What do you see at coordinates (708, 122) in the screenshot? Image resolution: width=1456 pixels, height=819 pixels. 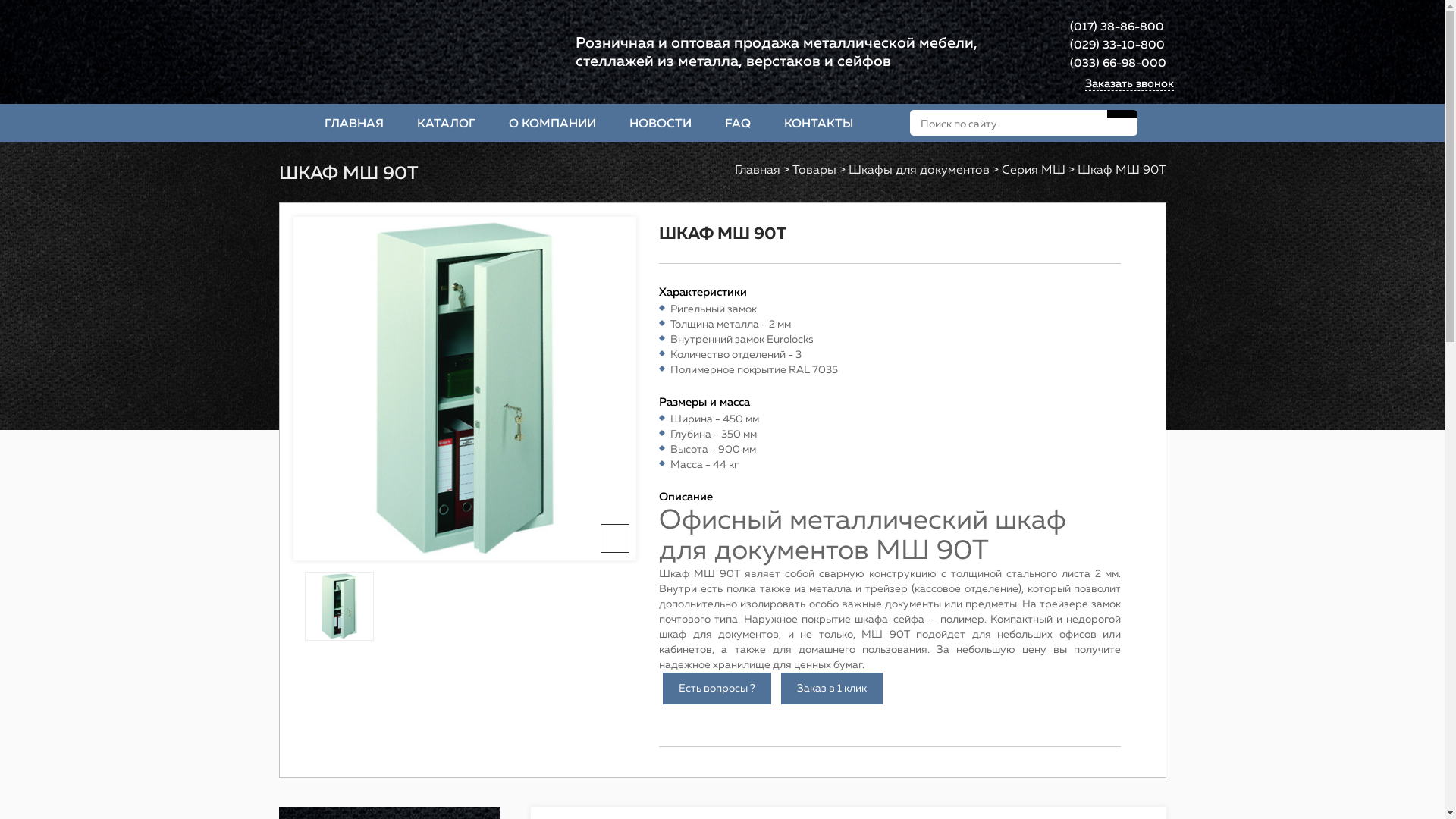 I see `'FAQ'` at bounding box center [708, 122].